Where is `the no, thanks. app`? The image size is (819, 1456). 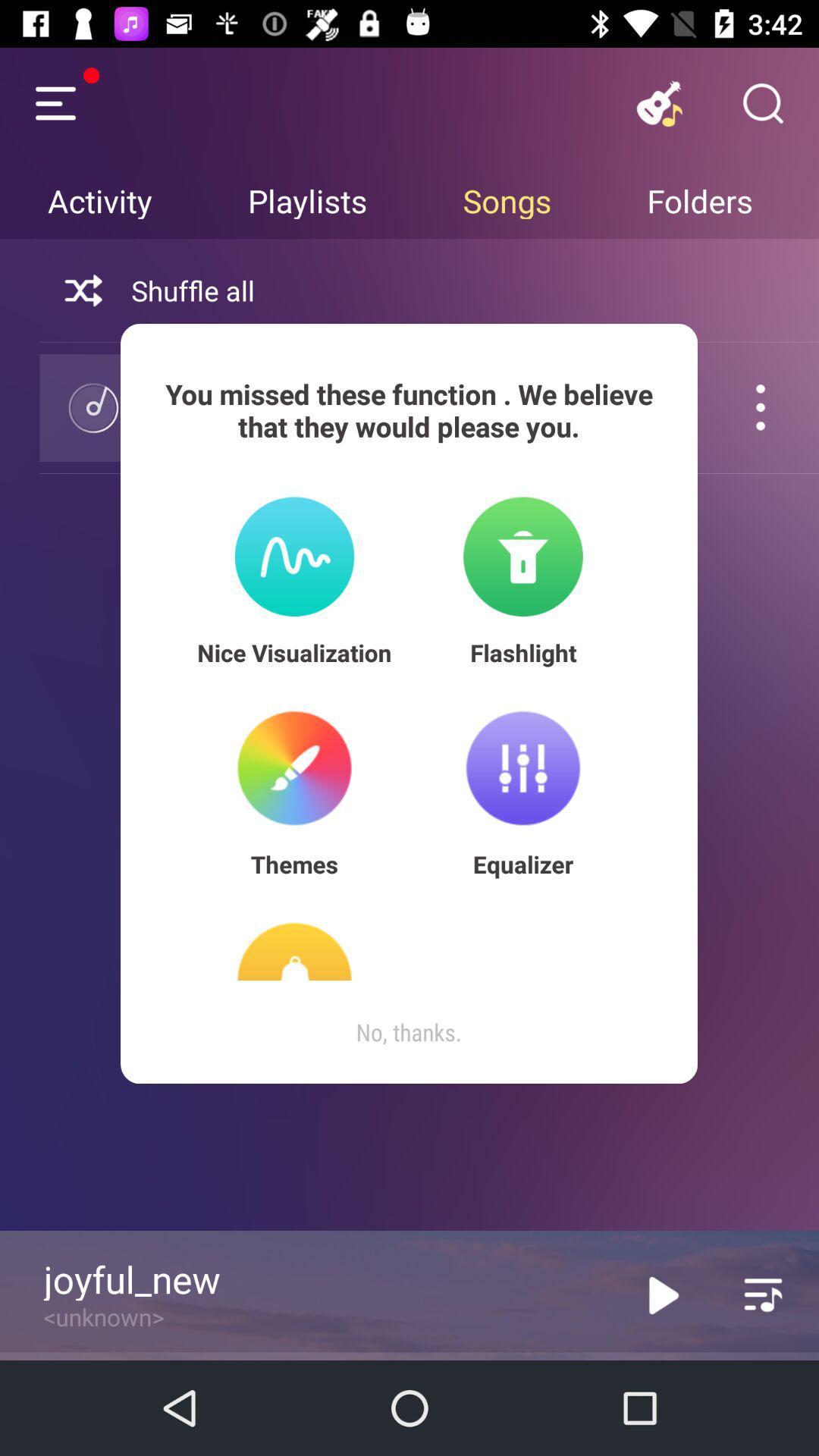
the no, thanks. app is located at coordinates (408, 1031).